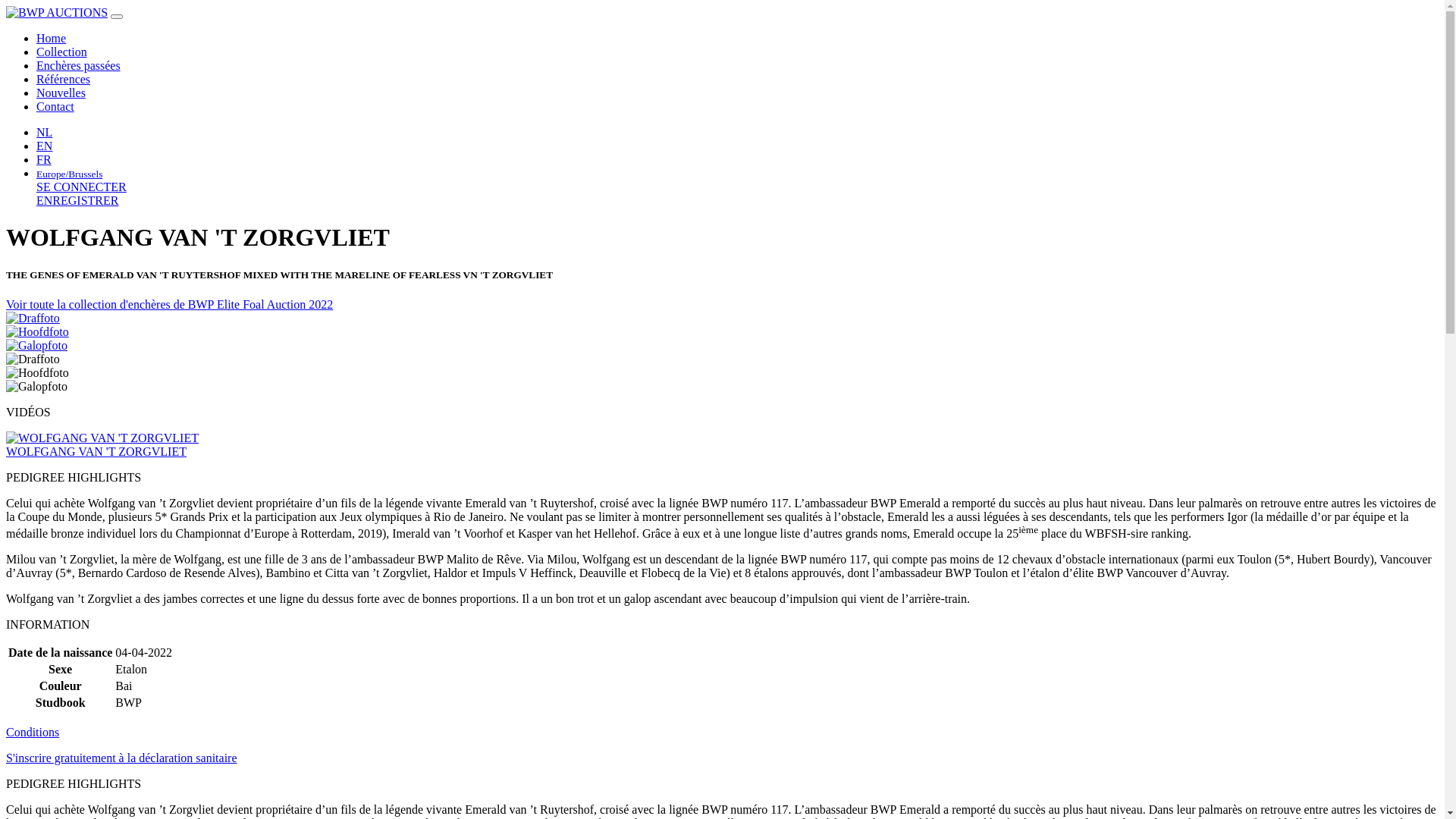 The height and width of the screenshot is (819, 1456). Describe the element at coordinates (33, 731) in the screenshot. I see `'Conditions'` at that location.